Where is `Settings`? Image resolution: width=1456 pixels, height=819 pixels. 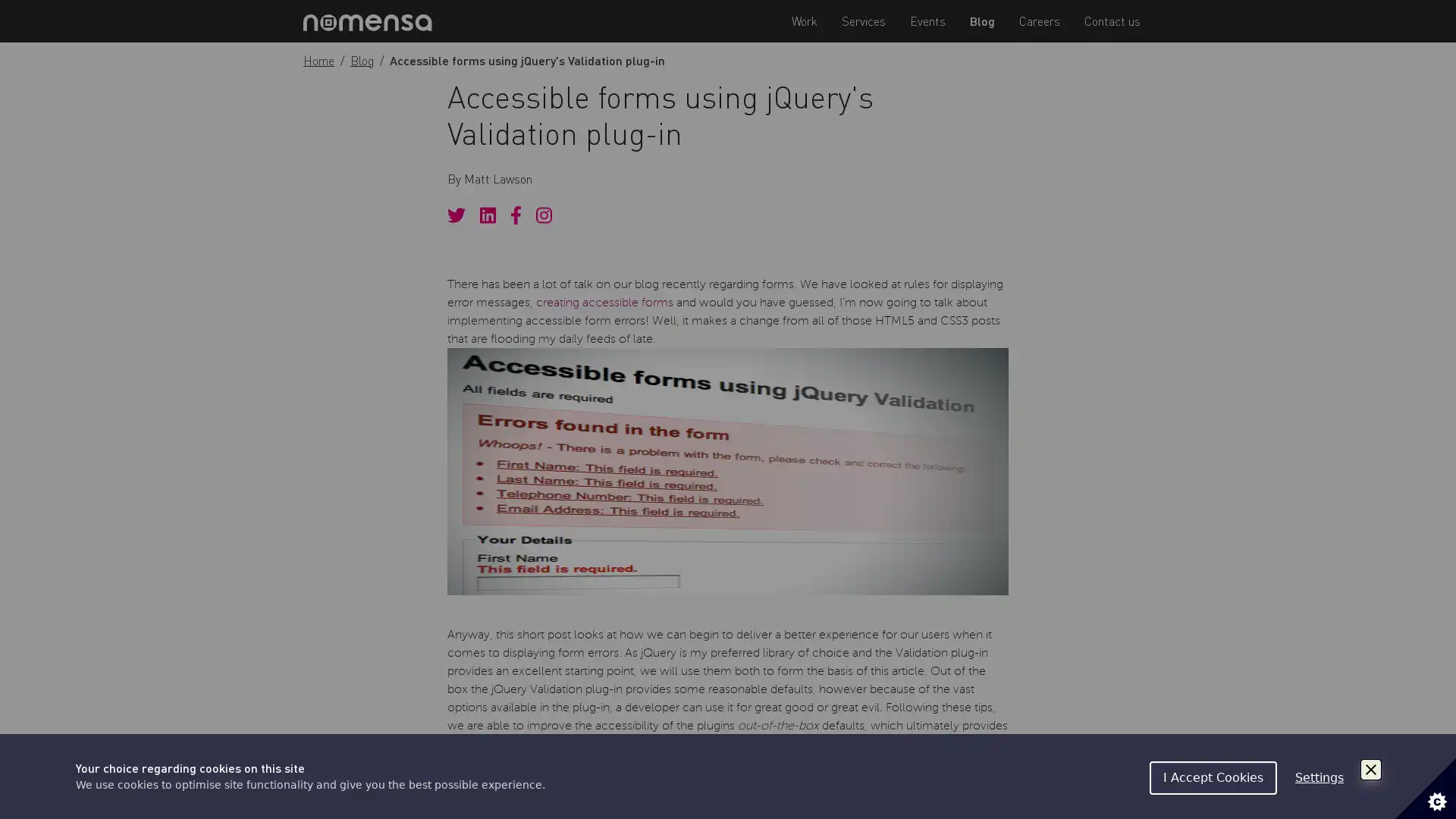
Settings is located at coordinates (1318, 778).